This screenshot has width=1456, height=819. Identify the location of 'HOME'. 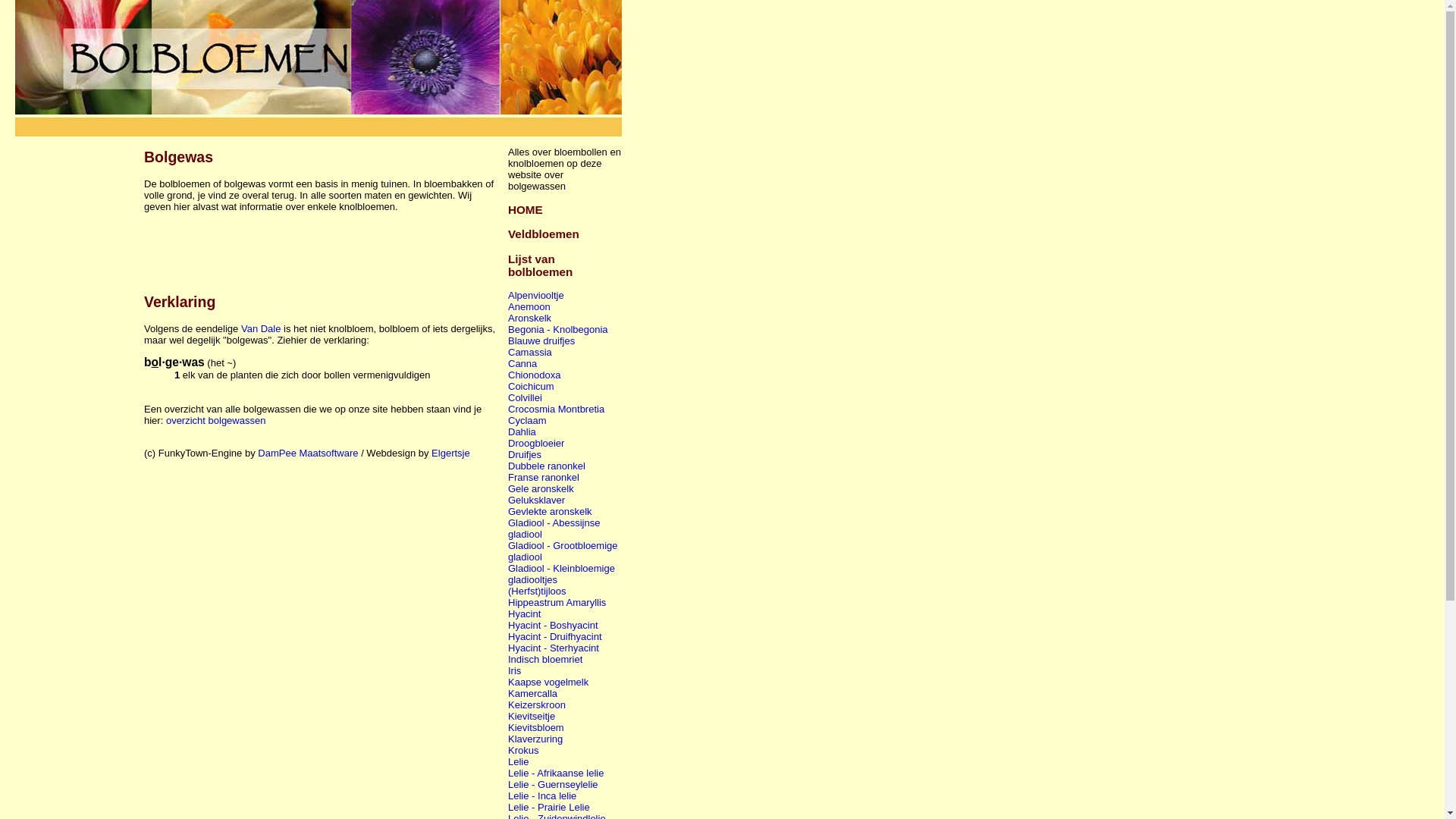
(525, 209).